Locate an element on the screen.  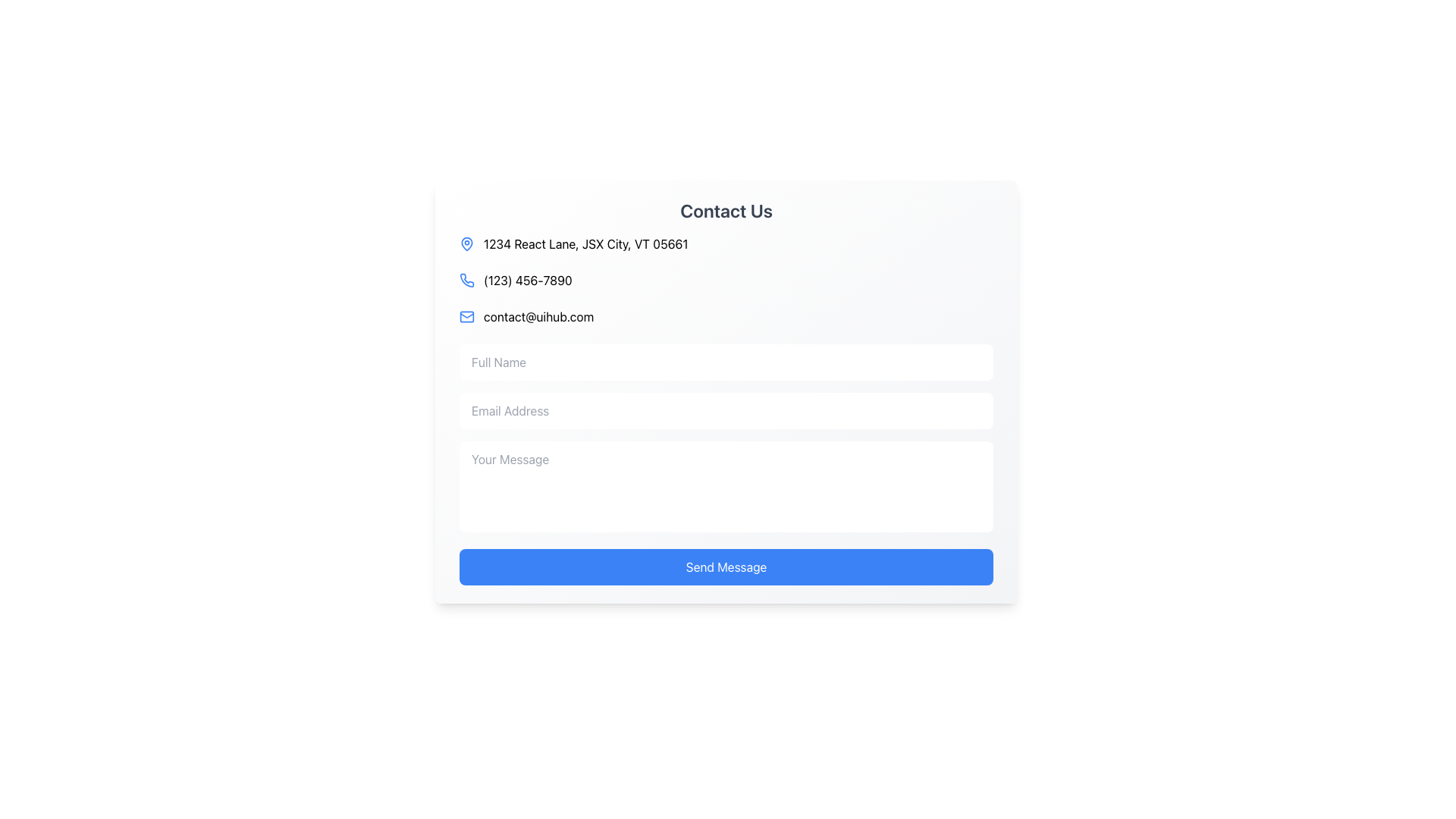
the 'Contact Us' text element, which is styled with bold, large font size and dark gray coloring, located at the top-center of the contact information panel is located at coordinates (726, 210).